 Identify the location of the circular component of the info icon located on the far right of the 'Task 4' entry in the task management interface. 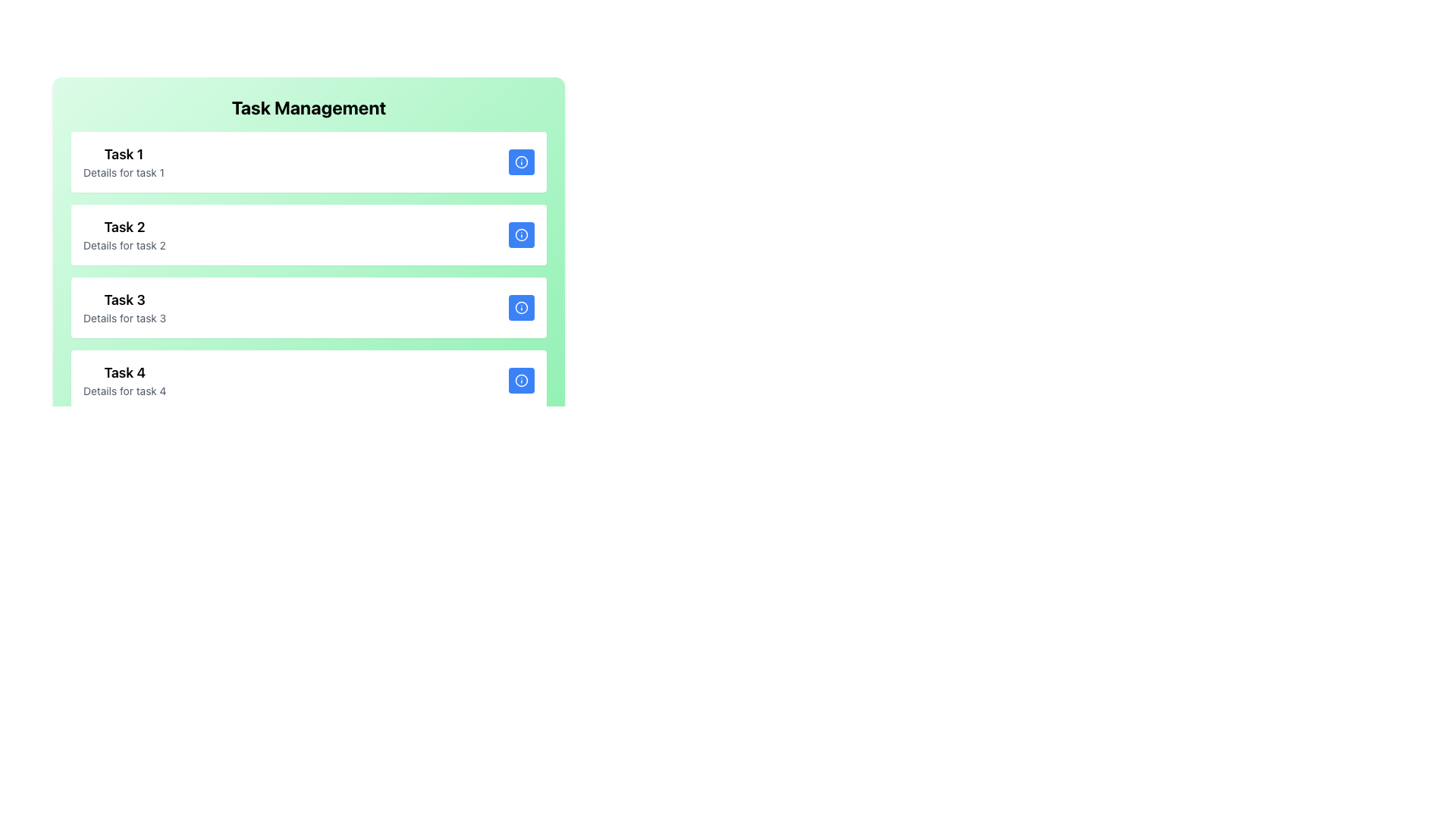
(521, 379).